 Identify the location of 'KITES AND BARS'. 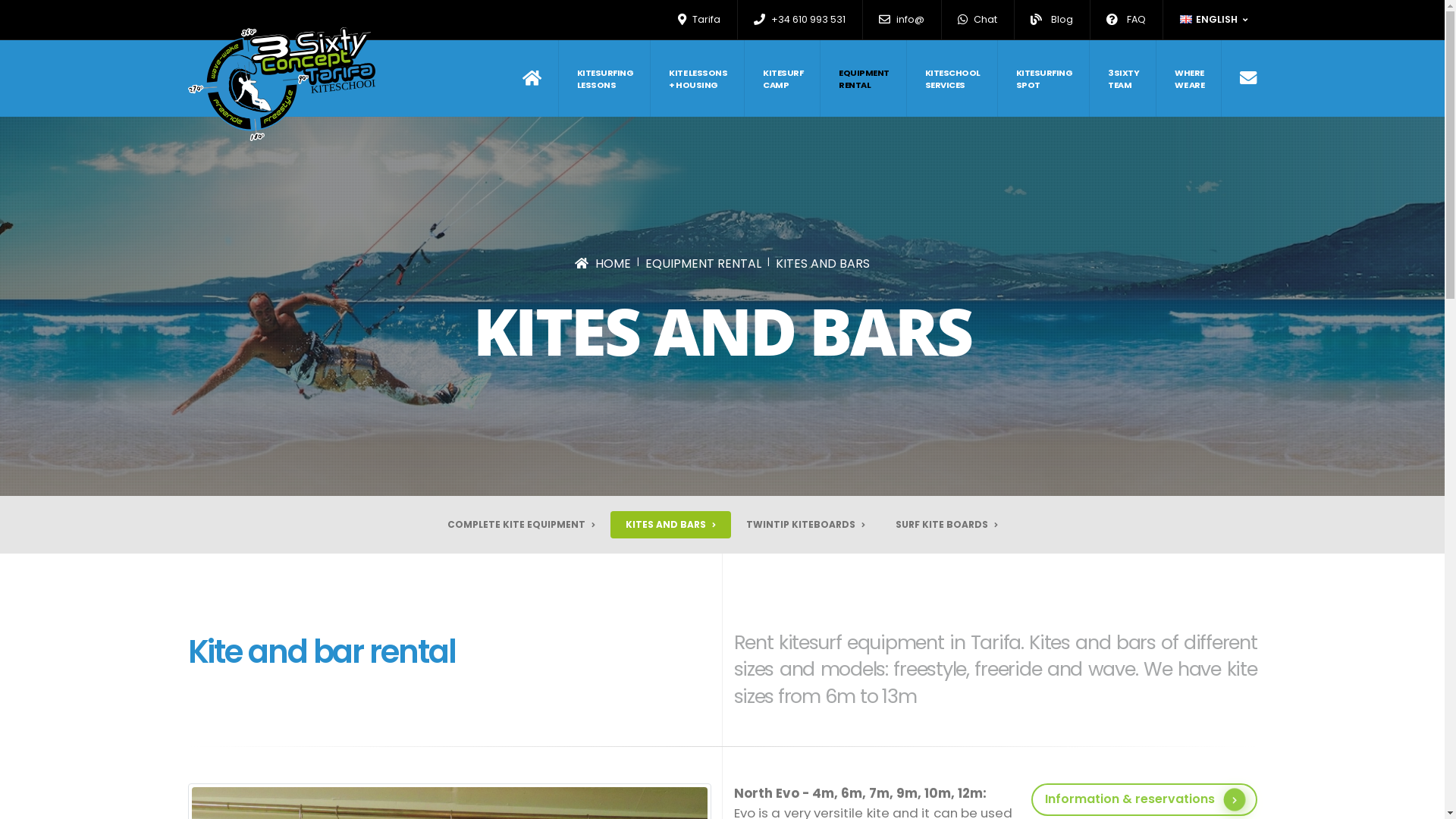
(821, 262).